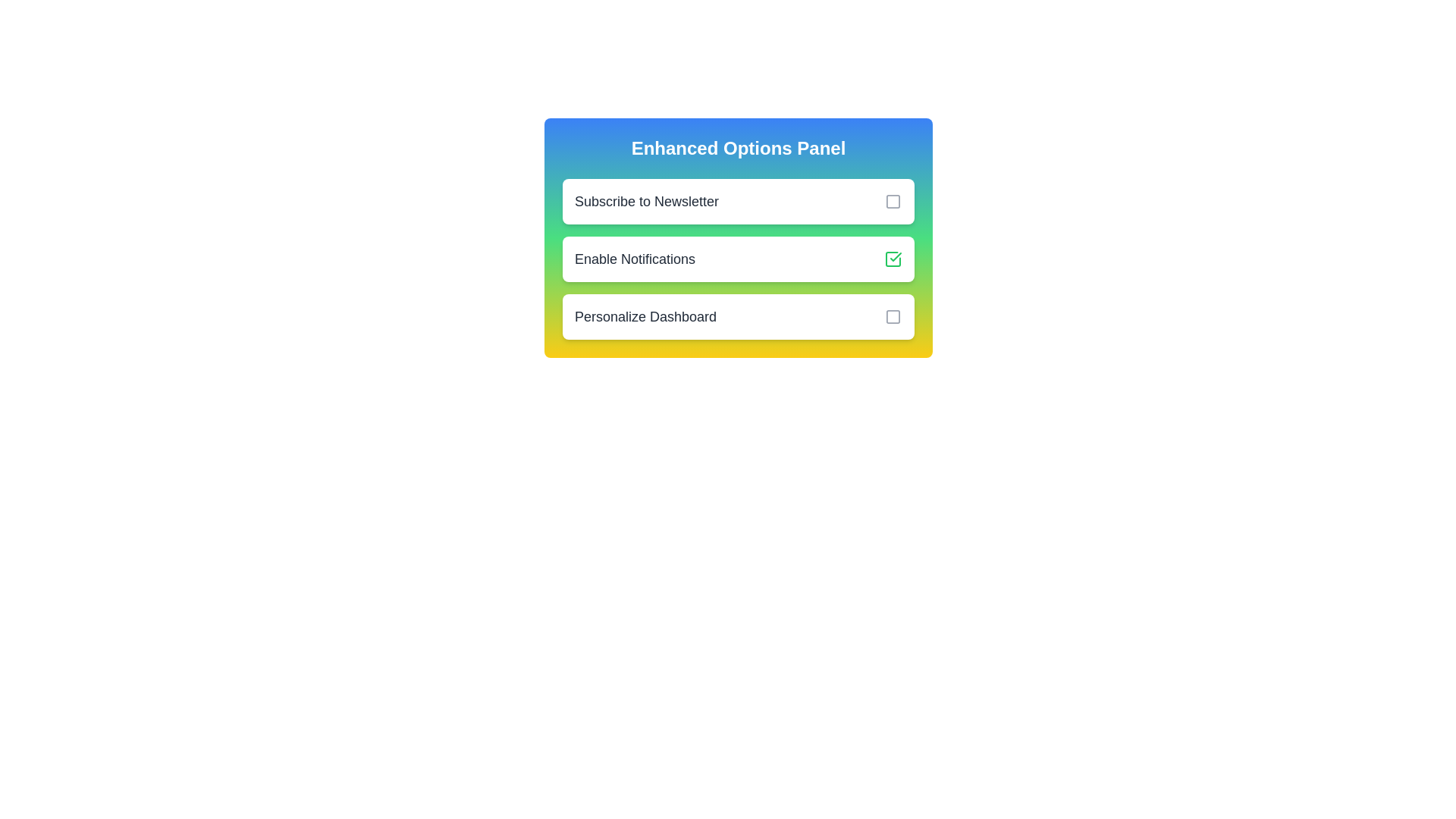  I want to click on the checkbox next to 'Enable Notifications' to toggle its state, so click(893, 259).